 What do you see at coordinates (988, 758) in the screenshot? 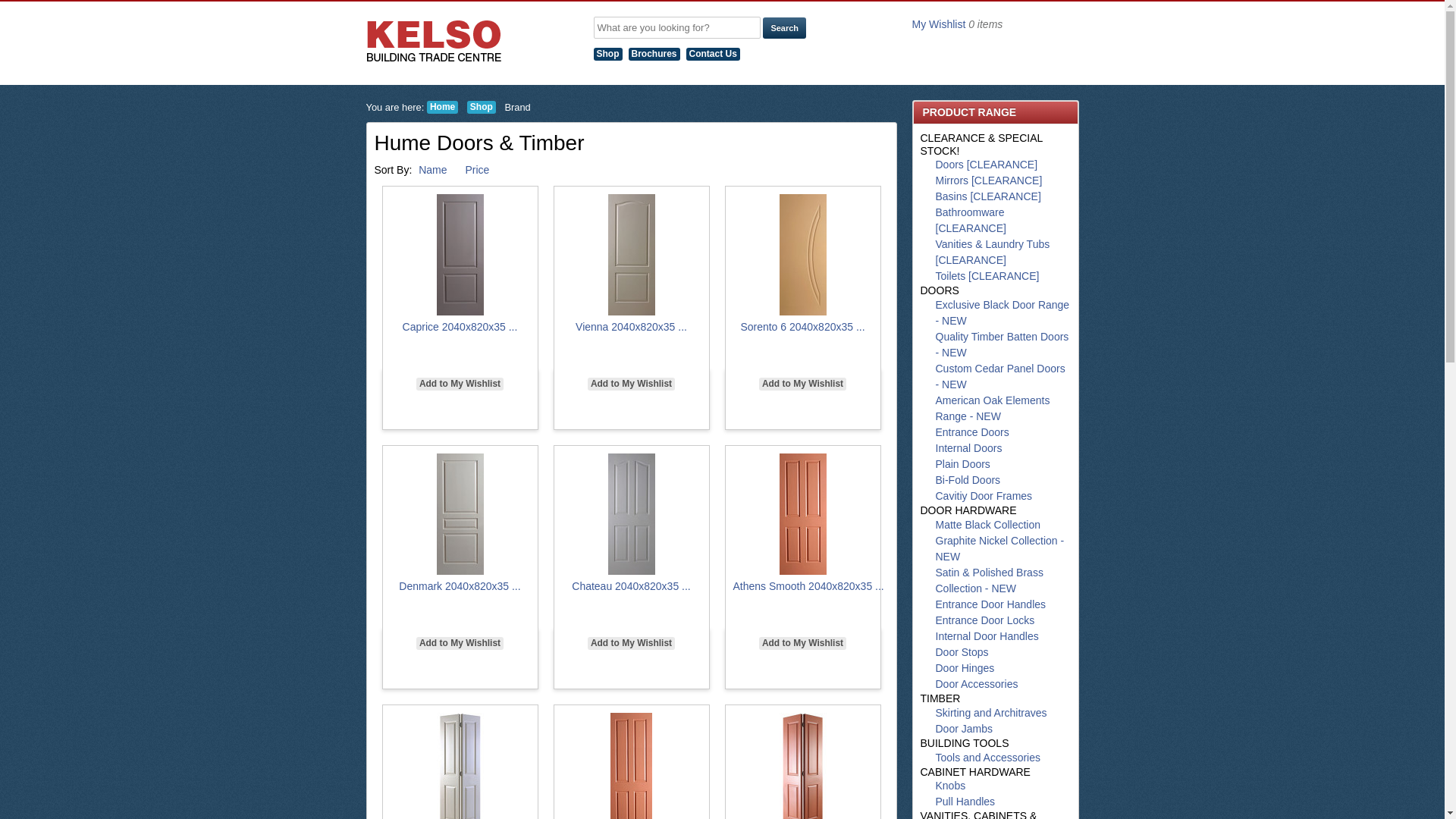
I see `'Tools and Accessories'` at bounding box center [988, 758].